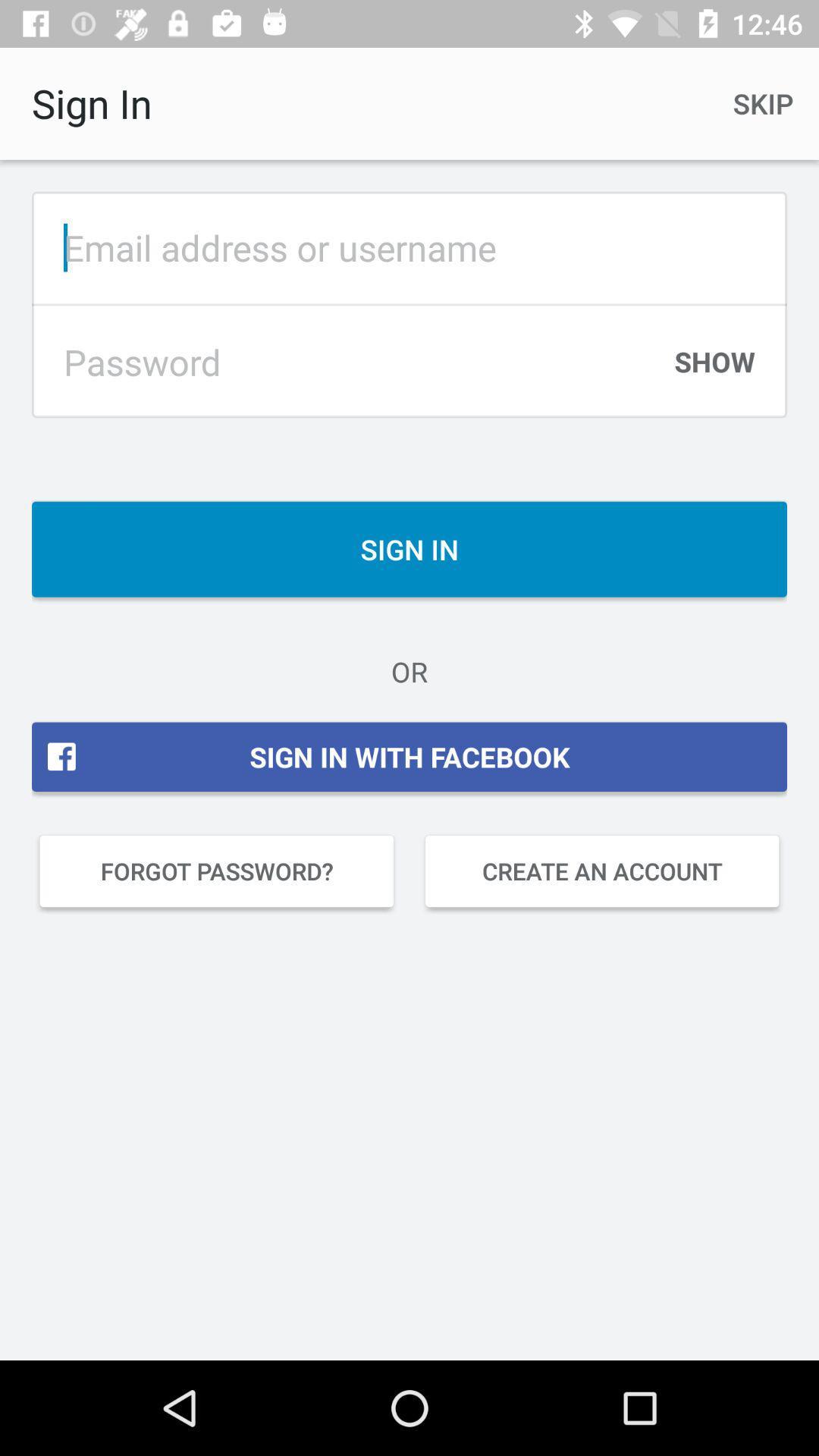 Image resolution: width=819 pixels, height=1456 pixels. Describe the element at coordinates (763, 102) in the screenshot. I see `the skip item` at that location.